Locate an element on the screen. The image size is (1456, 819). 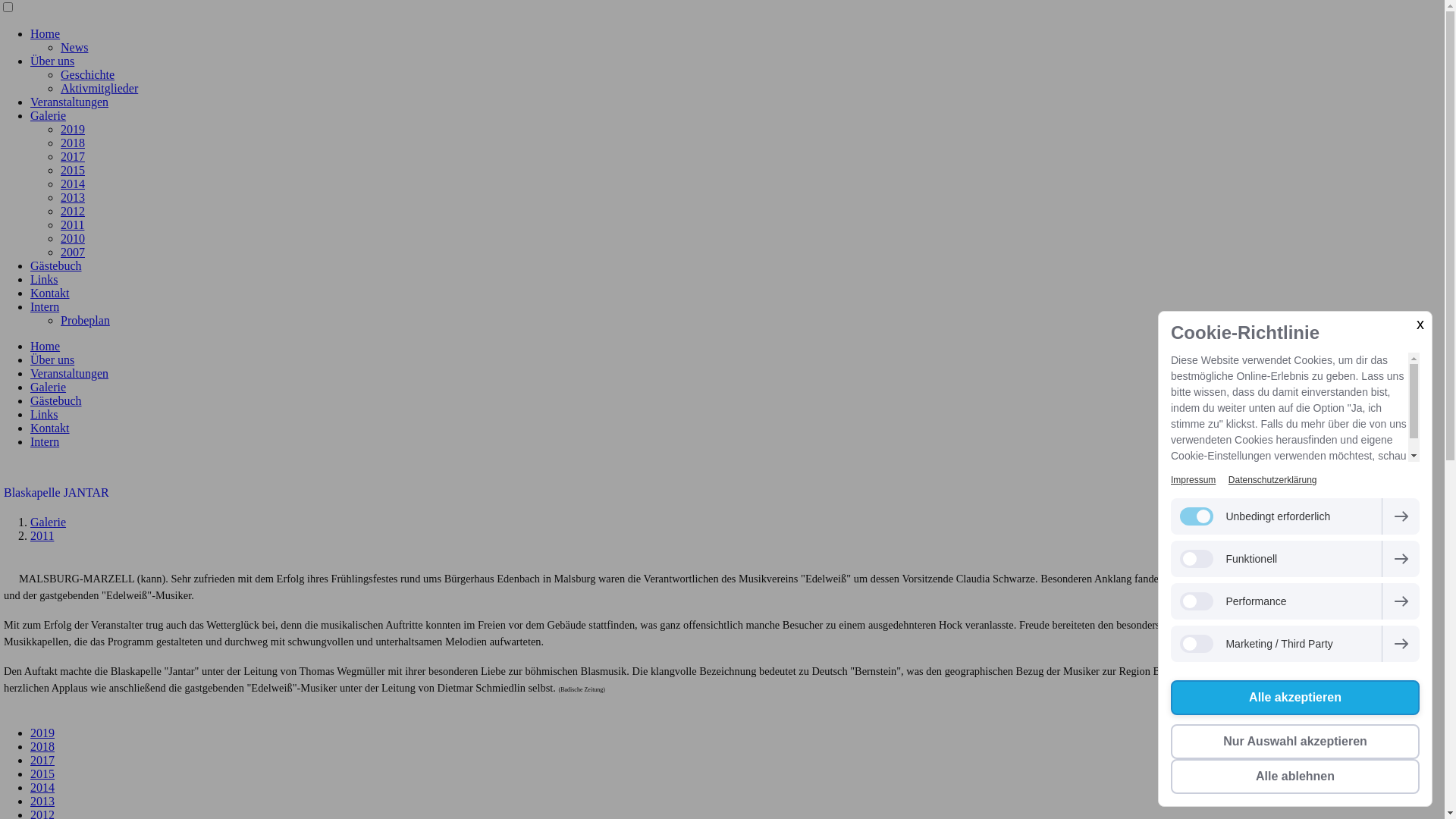
'Kontakt' is located at coordinates (30, 293).